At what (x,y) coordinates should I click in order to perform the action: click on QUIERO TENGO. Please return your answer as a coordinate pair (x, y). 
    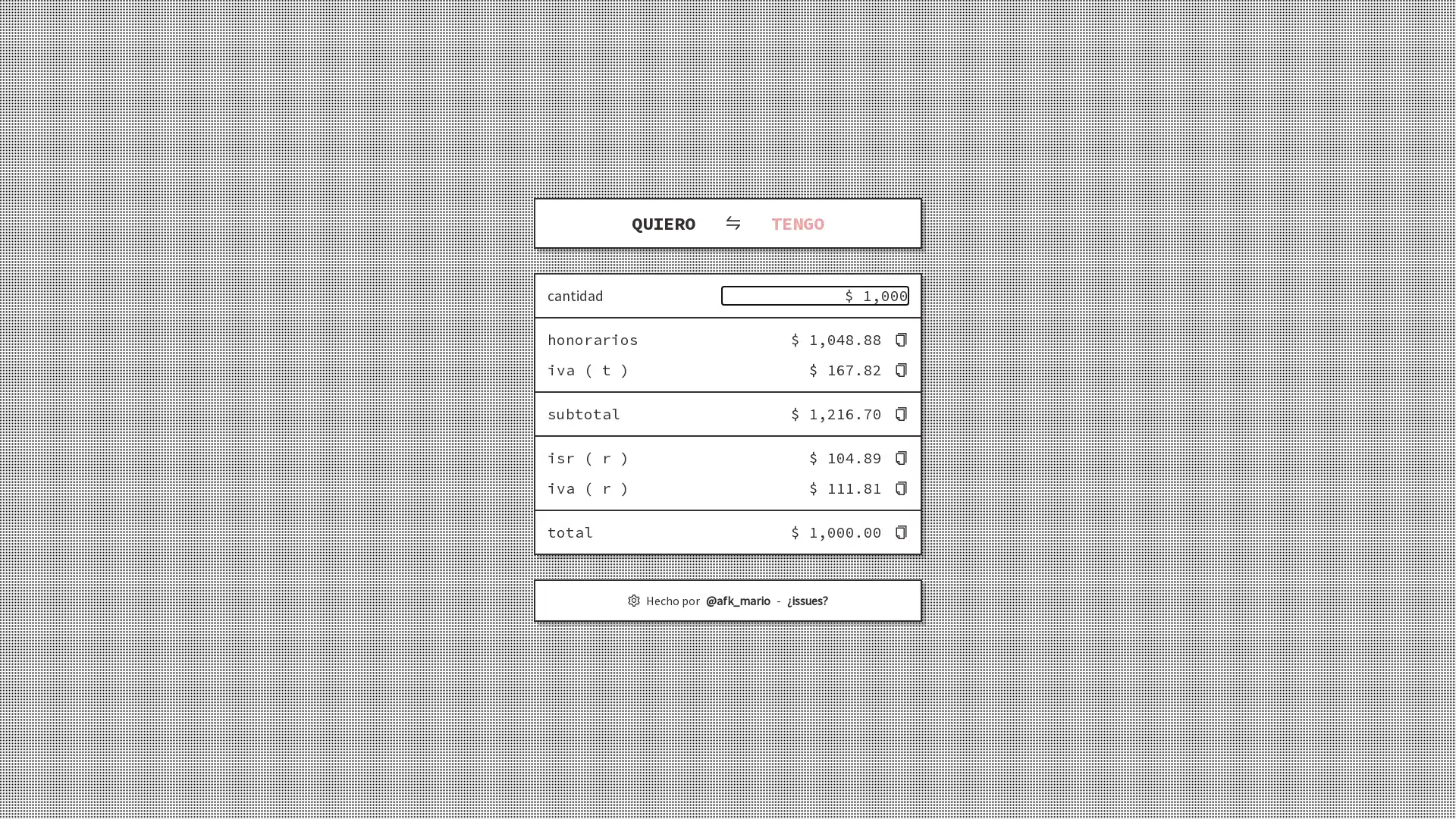
    Looking at the image, I should click on (728, 222).